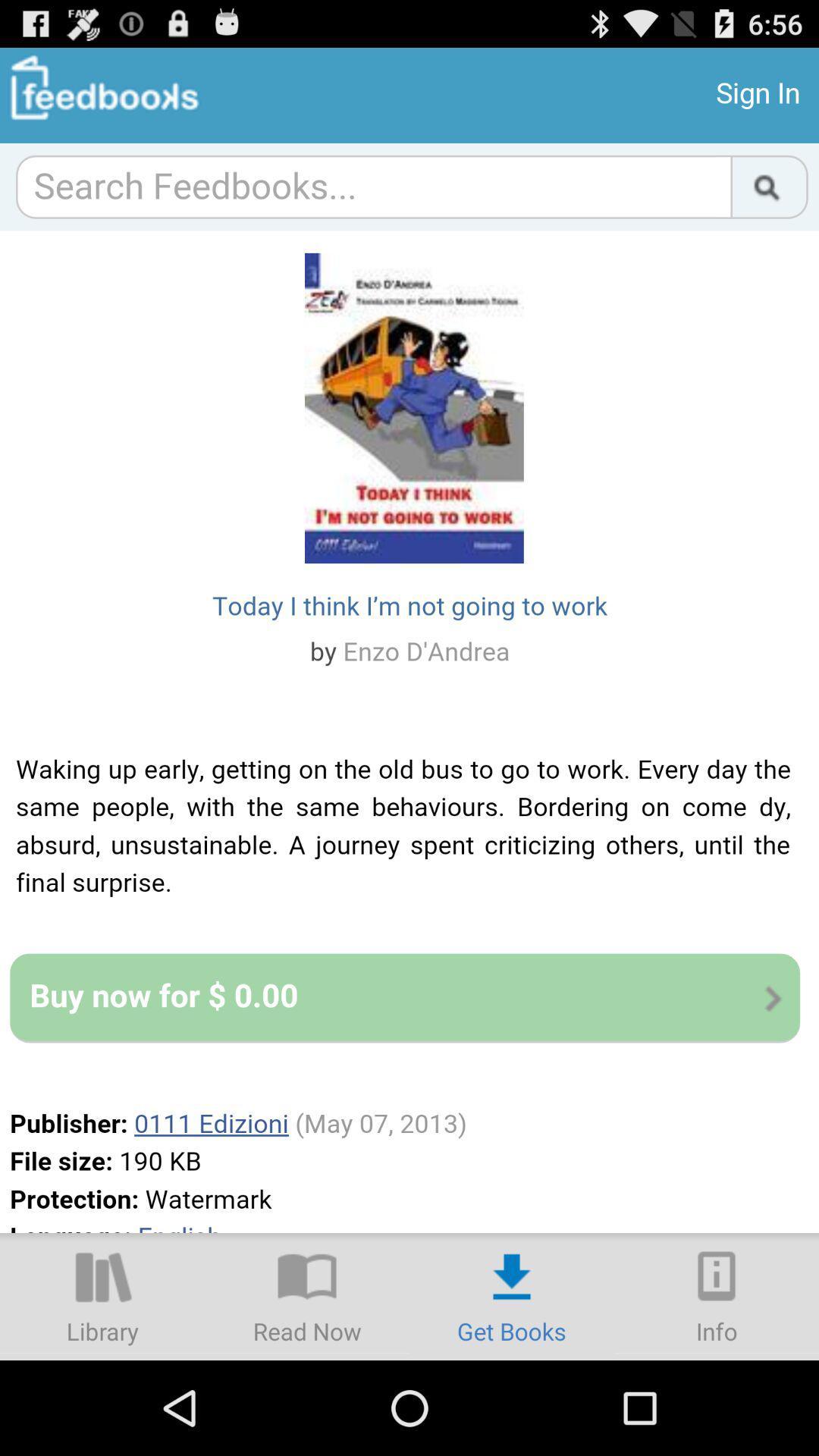 This screenshot has height=1456, width=819. Describe the element at coordinates (307, 1295) in the screenshot. I see `book` at that location.